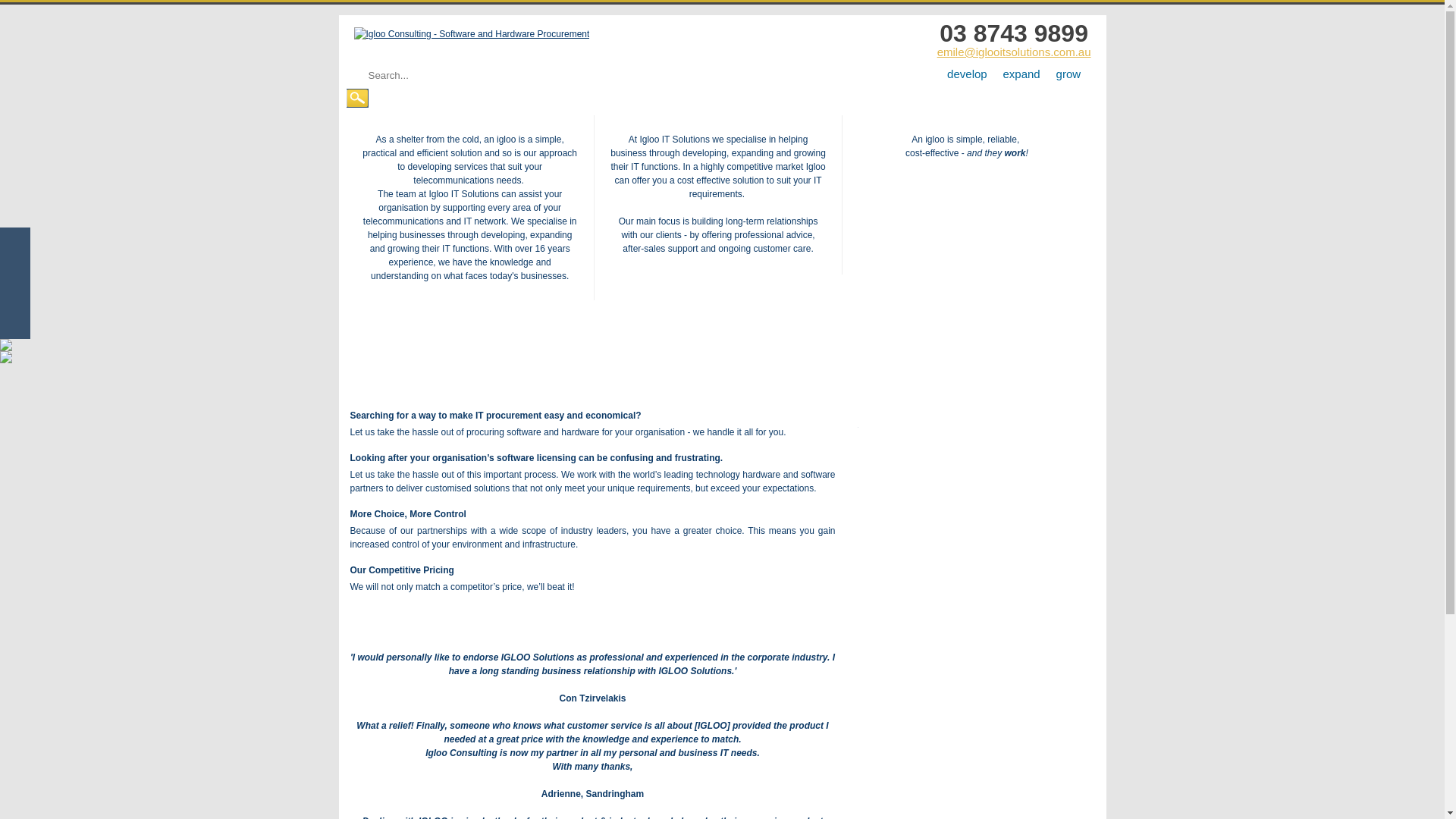 This screenshot has height=819, width=1456. What do you see at coordinates (470, 34) in the screenshot?
I see `'Igloo Consulting - Software and Hardware Procurement'` at bounding box center [470, 34].